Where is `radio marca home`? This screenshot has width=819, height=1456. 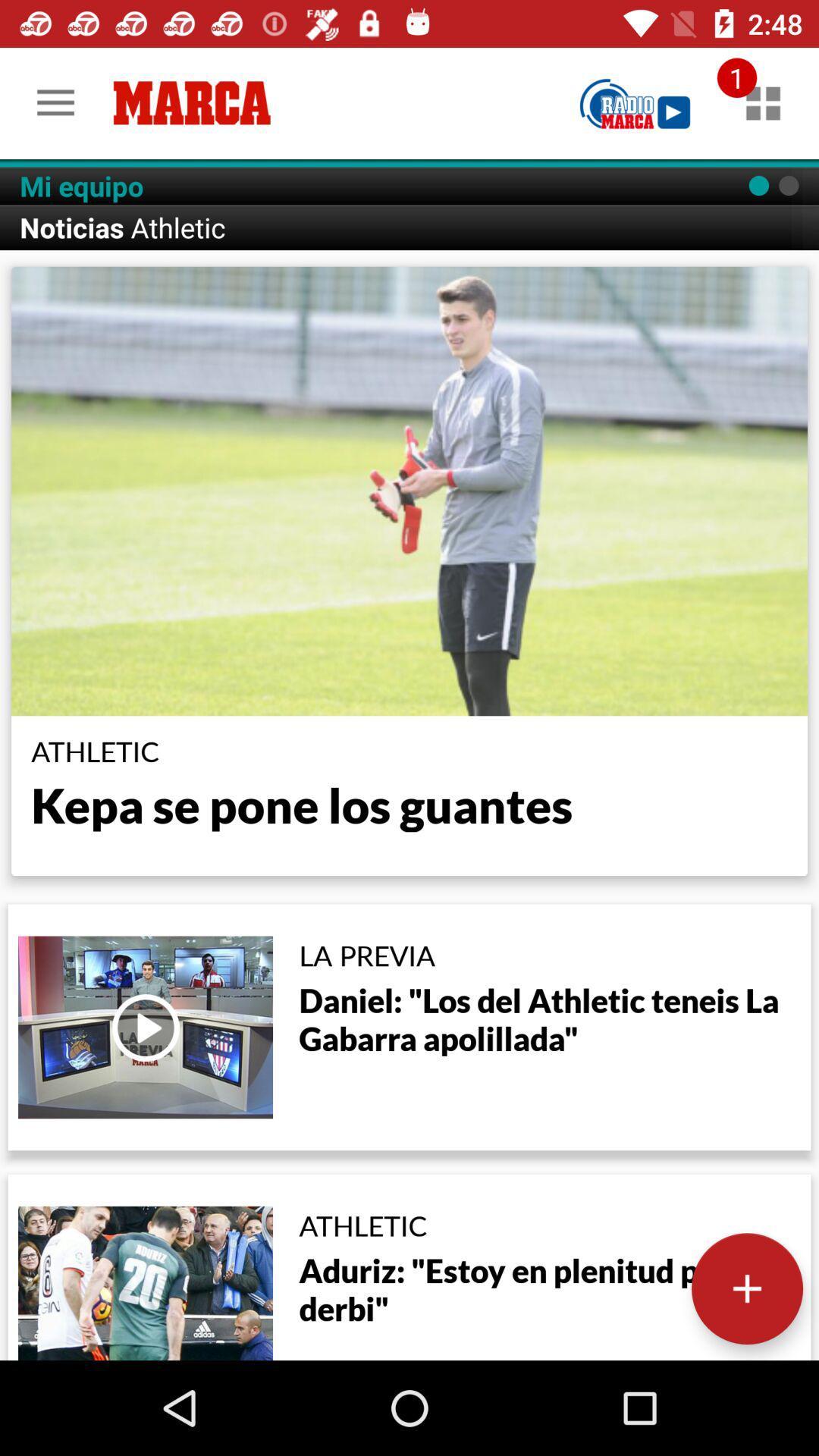 radio marca home is located at coordinates (635, 102).